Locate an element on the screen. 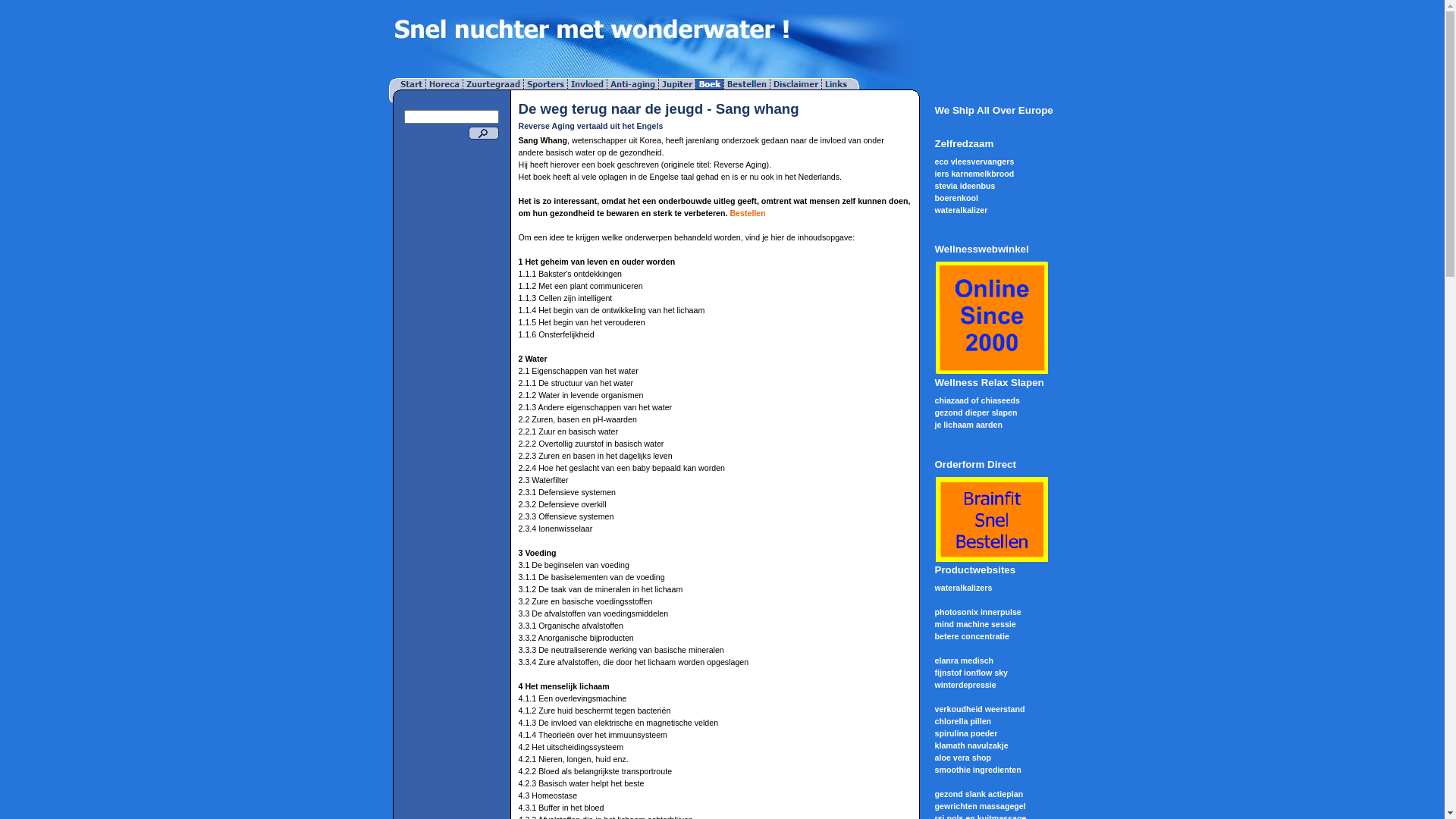 The width and height of the screenshot is (1456, 819). 'betere concentratie' is located at coordinates (934, 636).